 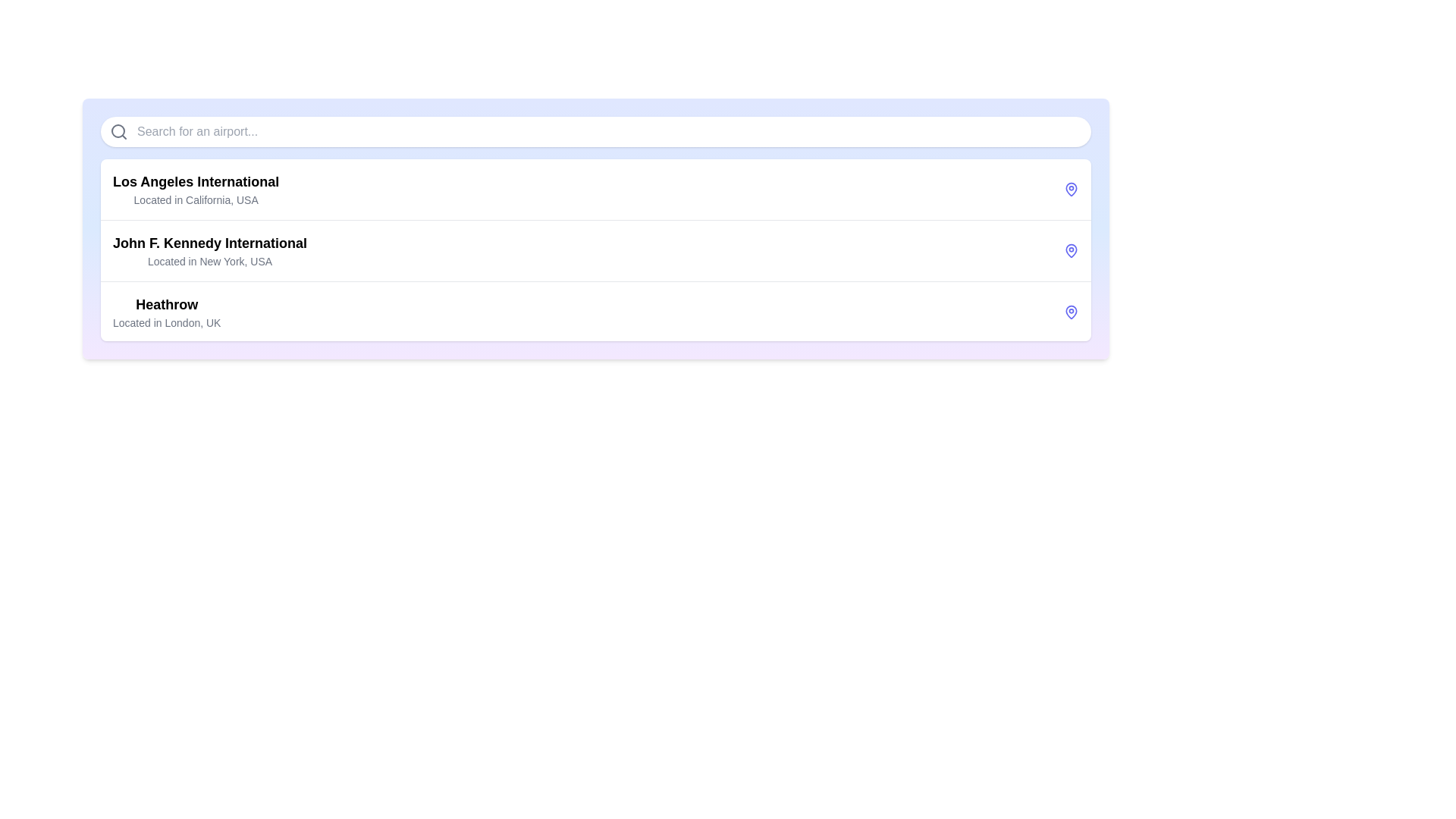 What do you see at coordinates (195, 180) in the screenshot?
I see `text displayed in the prominent text label 'Los Angeles International', which is the first entry in the airport options list` at bounding box center [195, 180].